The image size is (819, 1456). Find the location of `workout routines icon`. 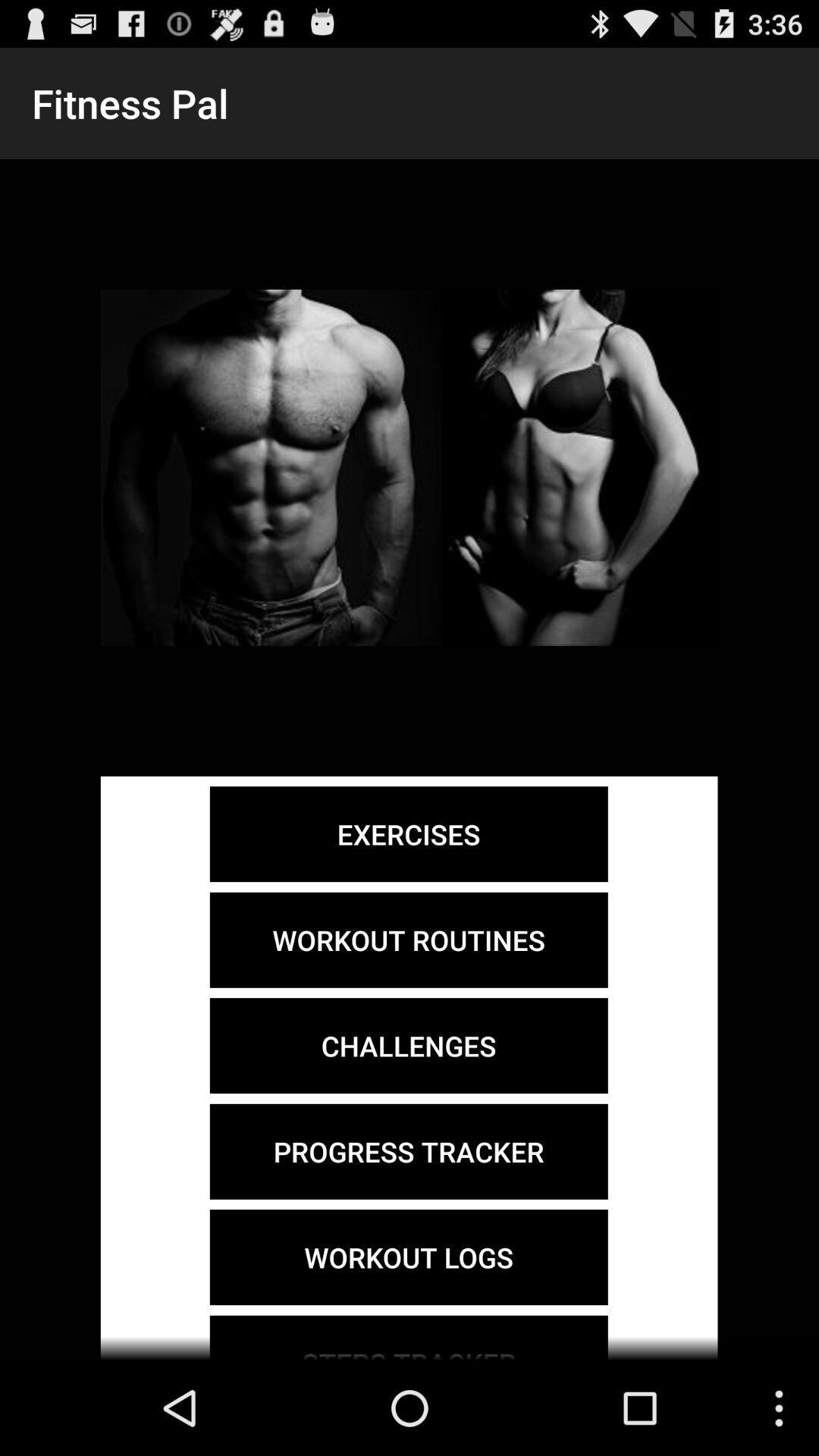

workout routines icon is located at coordinates (408, 939).